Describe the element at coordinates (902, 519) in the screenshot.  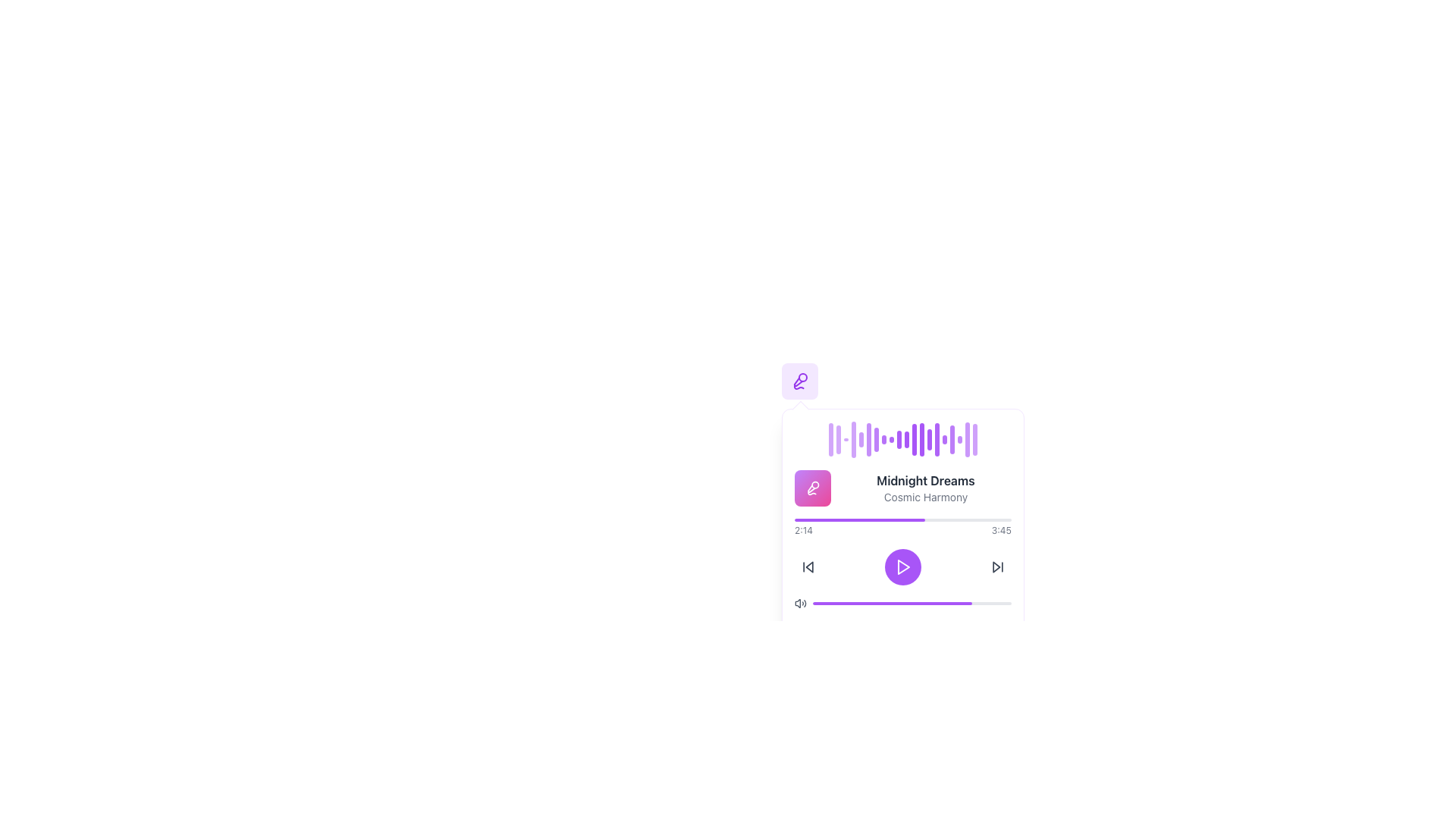
I see `the progress update visually during playback on the progress bar located below the title 'Midnight Dreams' in the audio player interface` at that location.